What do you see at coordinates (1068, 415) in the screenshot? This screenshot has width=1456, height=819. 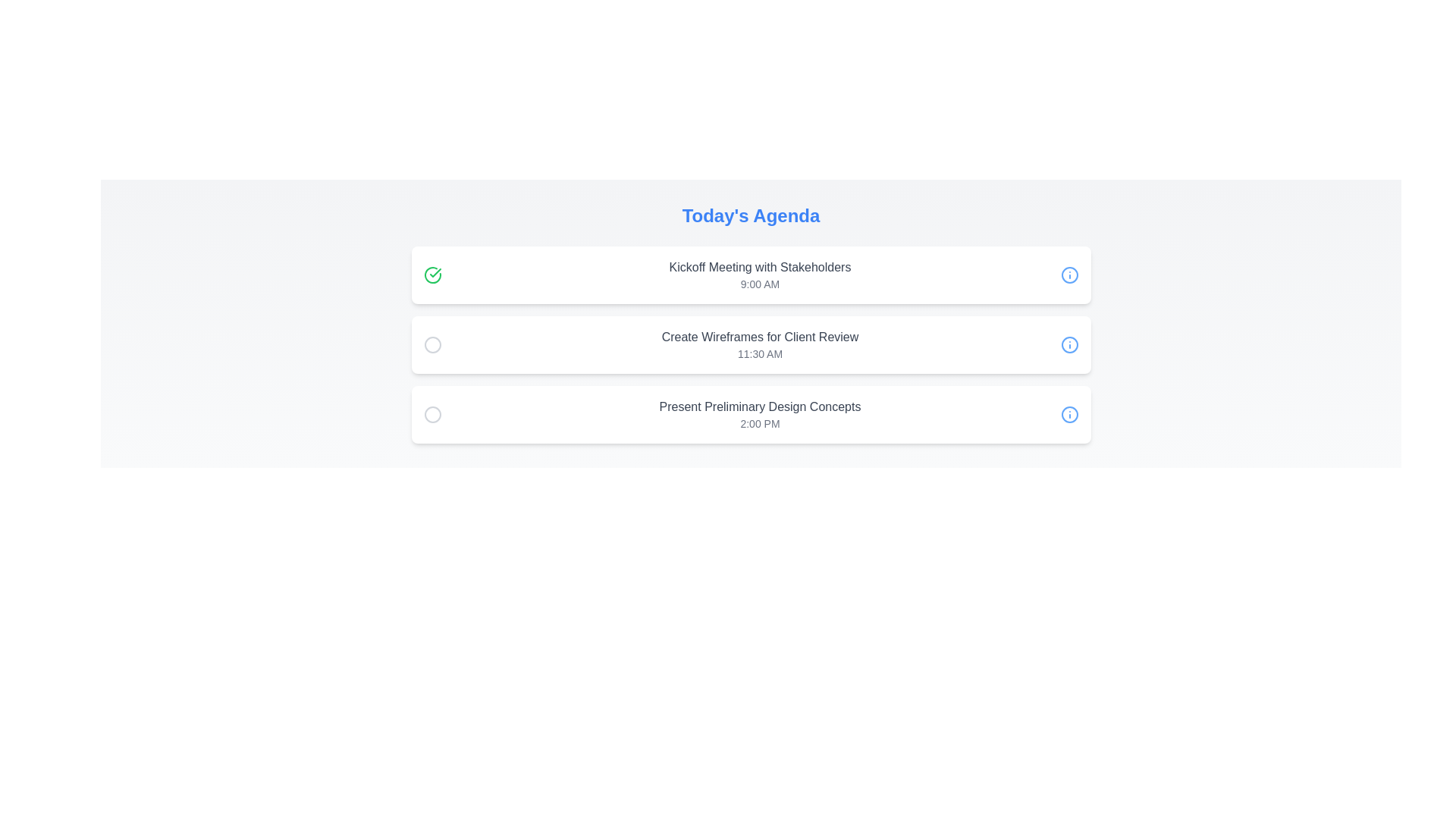 I see `the info icon for the task 'Present Preliminary Design Concepts'` at bounding box center [1068, 415].